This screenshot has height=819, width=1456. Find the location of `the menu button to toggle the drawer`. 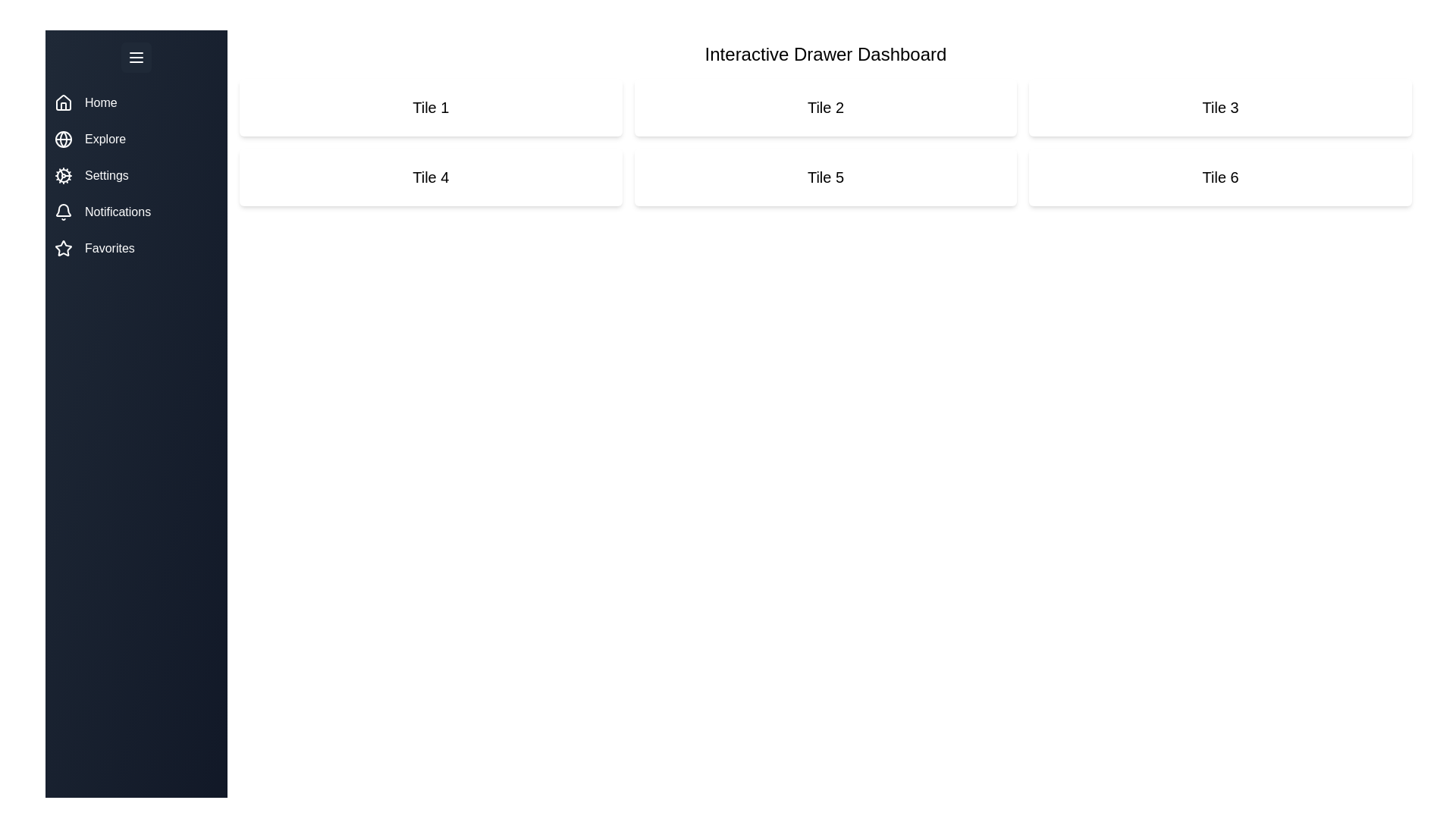

the menu button to toggle the drawer is located at coordinates (136, 57).